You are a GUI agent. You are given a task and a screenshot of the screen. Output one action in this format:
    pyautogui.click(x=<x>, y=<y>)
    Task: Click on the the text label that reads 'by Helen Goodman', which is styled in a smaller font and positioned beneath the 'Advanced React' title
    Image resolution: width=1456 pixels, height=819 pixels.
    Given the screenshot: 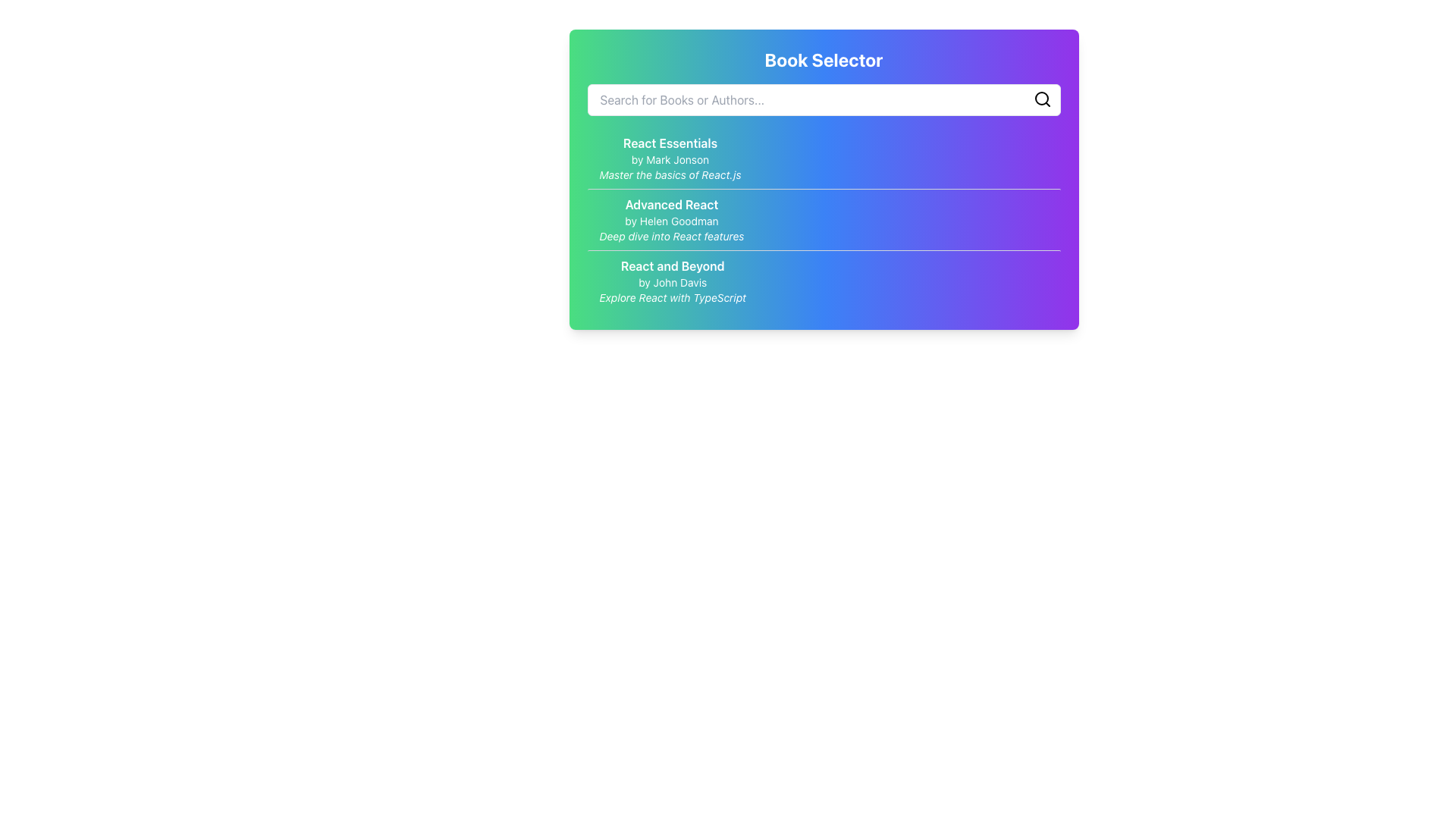 What is the action you would take?
    pyautogui.click(x=671, y=221)
    